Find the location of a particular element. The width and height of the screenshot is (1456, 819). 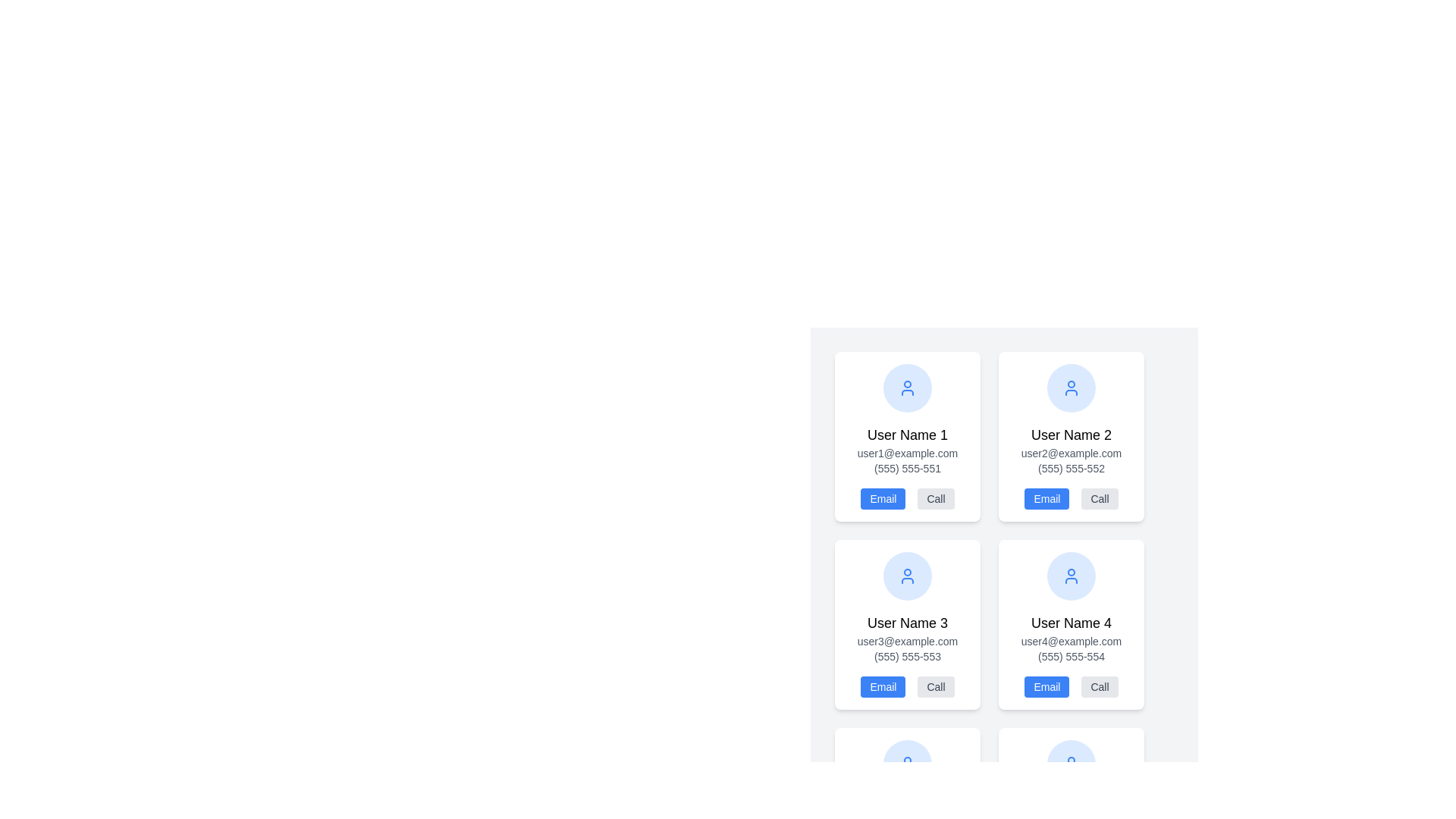

the 'Email' button located at the bottom of the user card displaying 'User Name 4', 'user4@example.com', and '(555) 555-554' is located at coordinates (1070, 687).